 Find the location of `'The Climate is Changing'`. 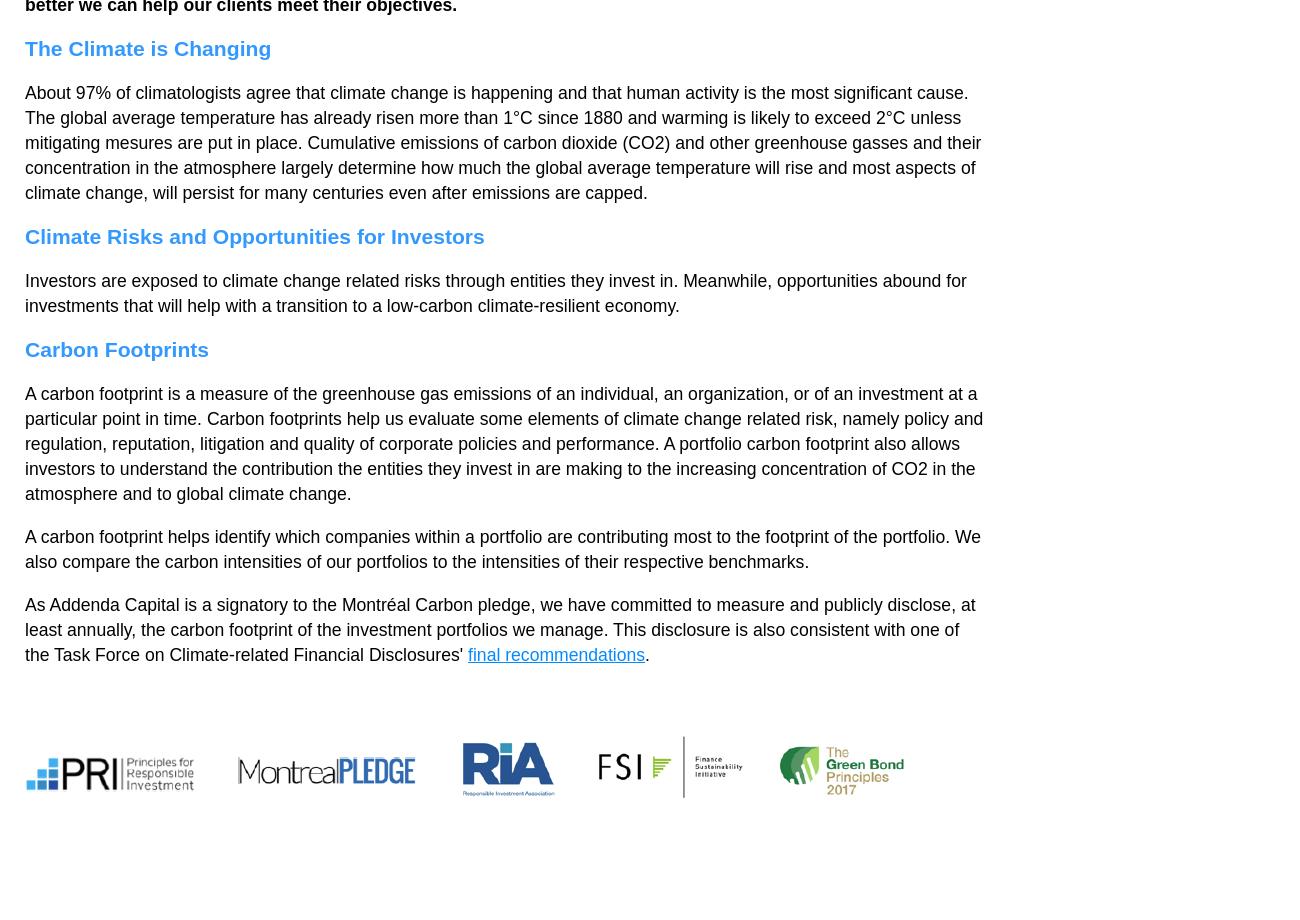

'The Climate is Changing' is located at coordinates (146, 48).